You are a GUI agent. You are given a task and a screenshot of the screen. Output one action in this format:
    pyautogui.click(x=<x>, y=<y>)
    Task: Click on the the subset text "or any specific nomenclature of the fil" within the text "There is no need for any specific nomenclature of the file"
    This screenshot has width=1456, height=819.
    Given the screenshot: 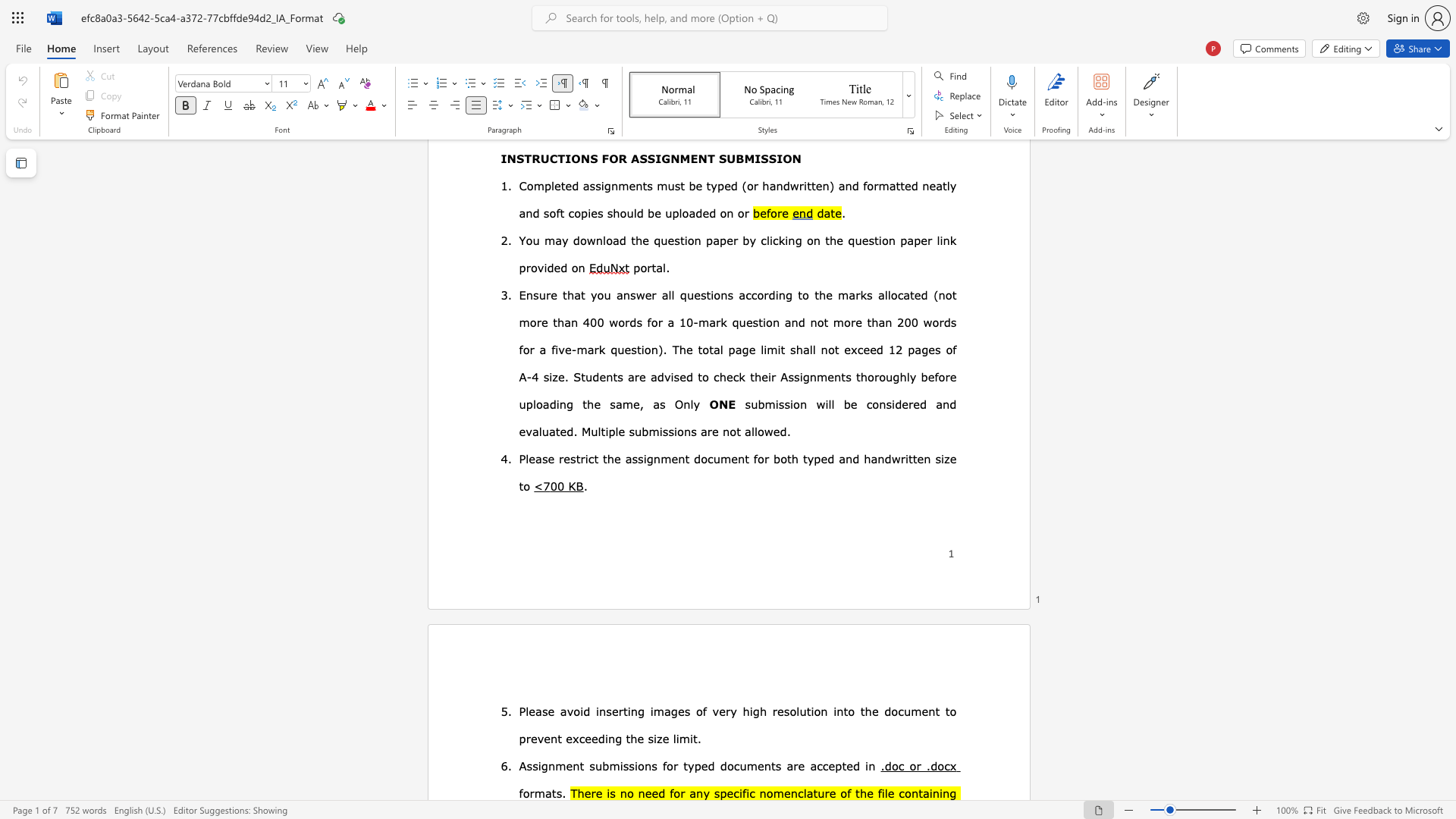 What is the action you would take?
    pyautogui.click(x=673, y=792)
    